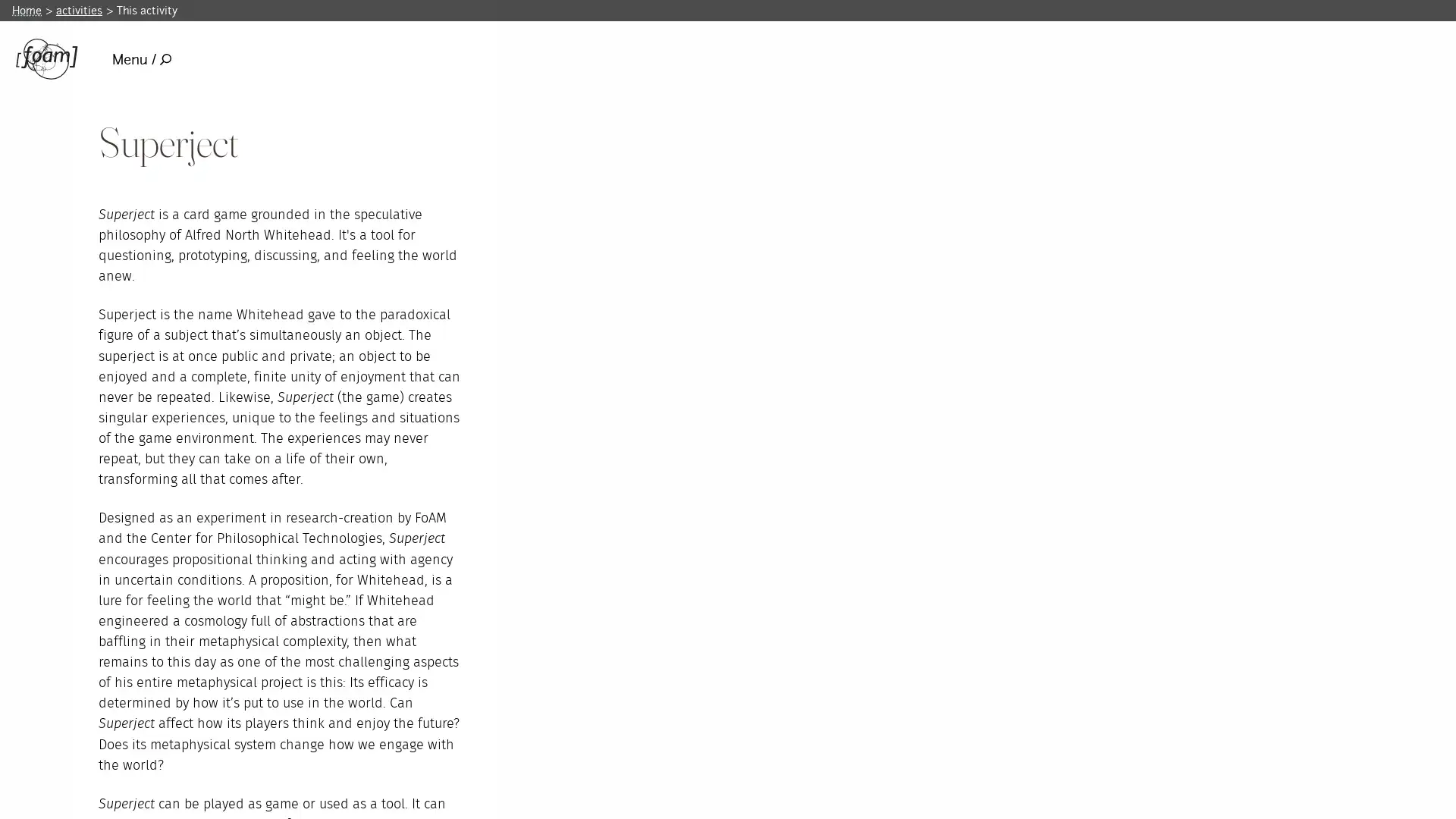  What do you see at coordinates (141, 58) in the screenshot?
I see `Menu /` at bounding box center [141, 58].